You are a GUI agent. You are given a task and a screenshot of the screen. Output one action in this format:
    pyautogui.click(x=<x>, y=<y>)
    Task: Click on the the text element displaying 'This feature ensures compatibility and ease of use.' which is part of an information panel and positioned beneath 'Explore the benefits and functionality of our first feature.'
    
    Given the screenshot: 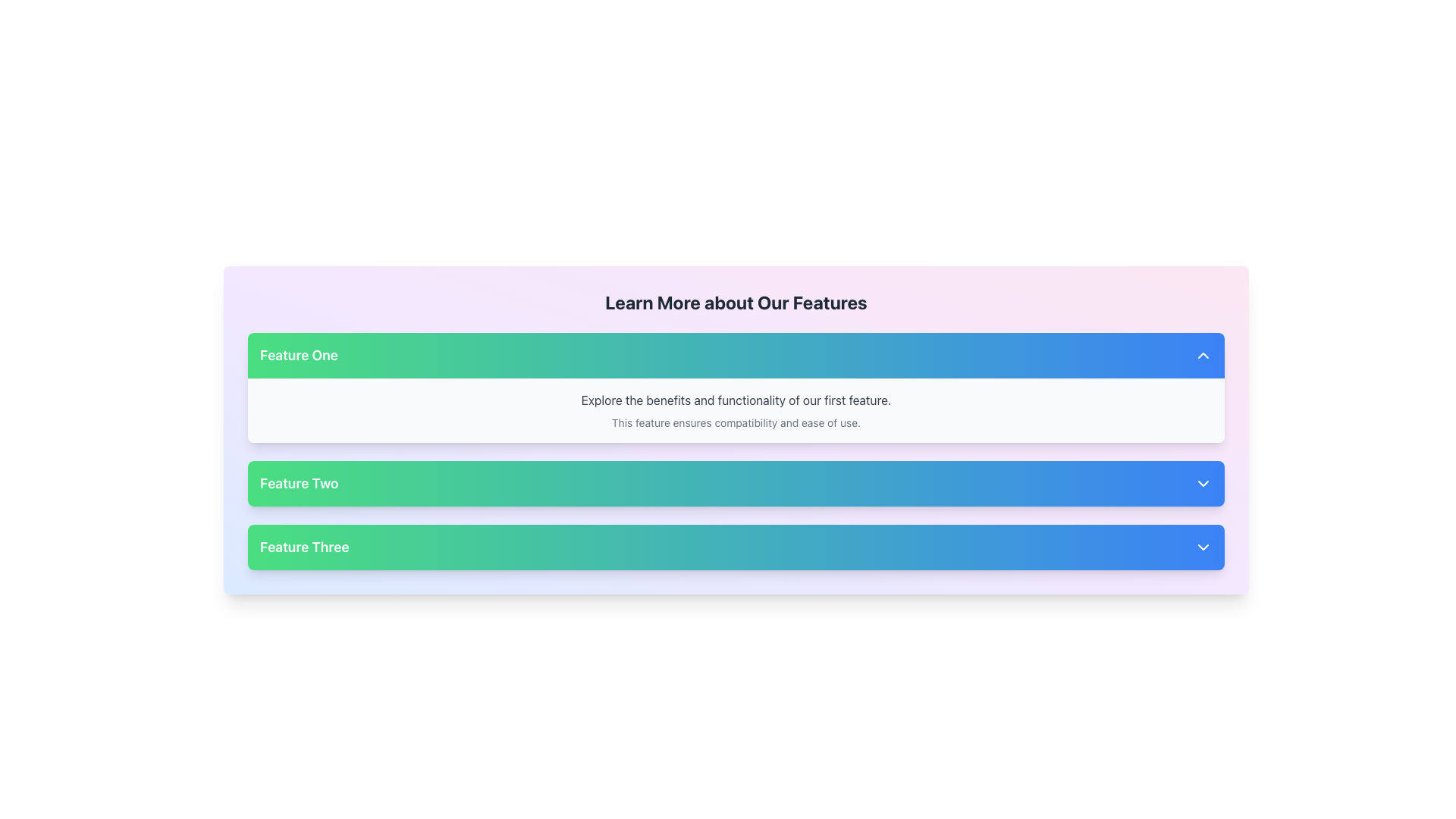 What is the action you would take?
    pyautogui.click(x=736, y=423)
    